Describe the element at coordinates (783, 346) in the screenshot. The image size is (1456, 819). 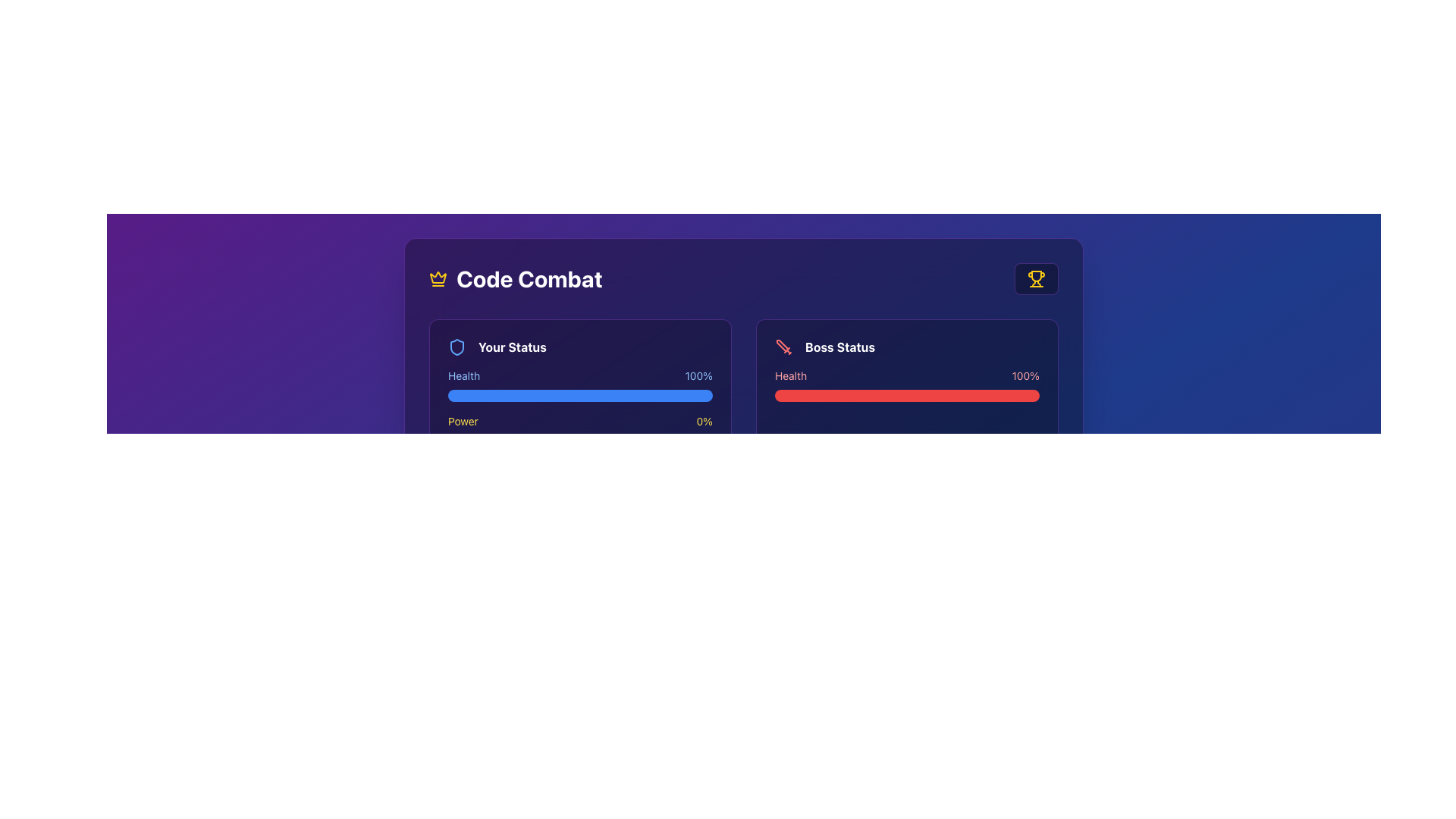
I see `the leftmost SVG vector graphic of the sword icon in the 'Boss Status' section located in the top-right corner of the card` at that location.